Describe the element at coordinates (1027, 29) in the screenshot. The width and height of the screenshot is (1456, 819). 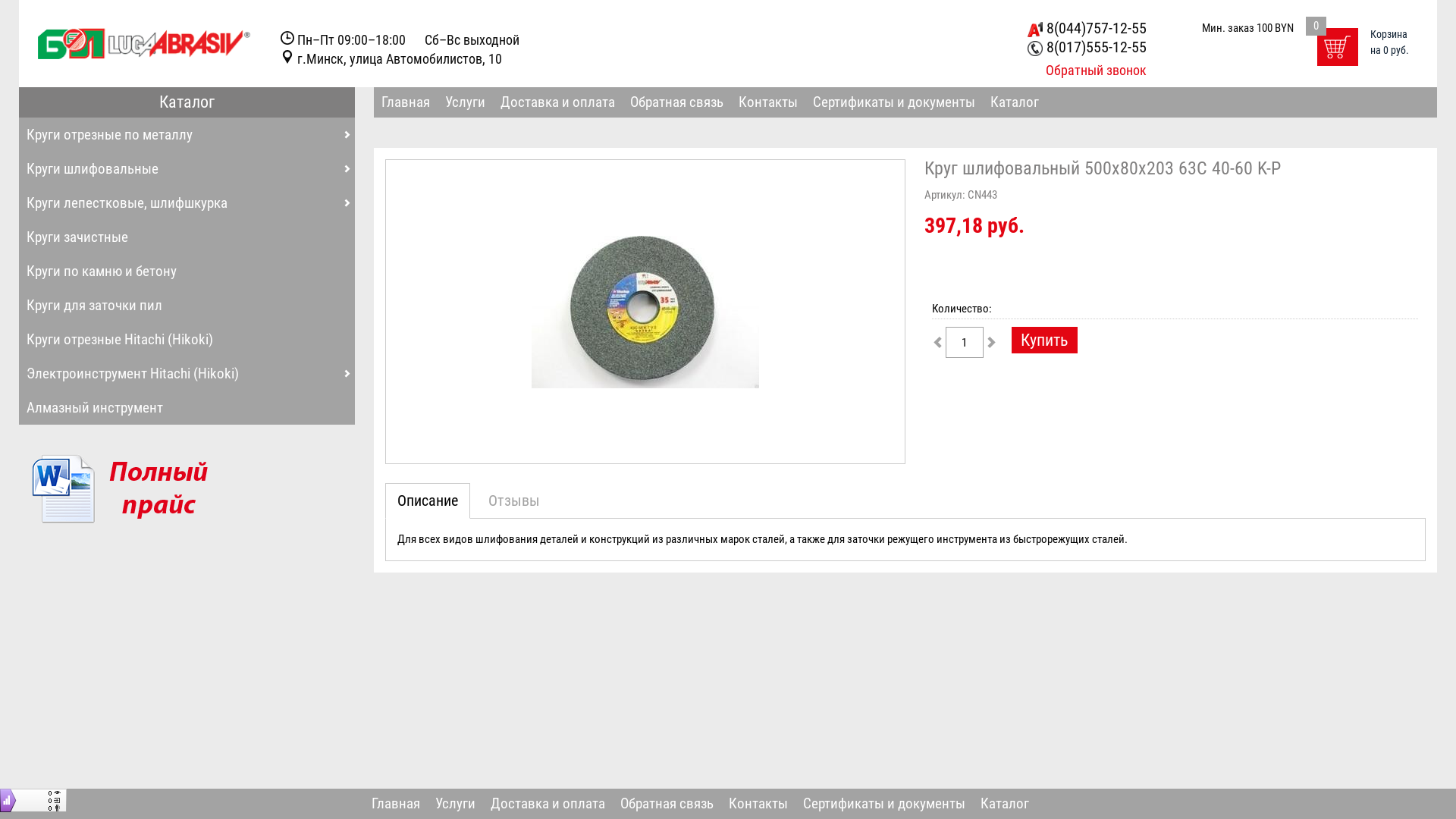
I see `'A1'` at that location.